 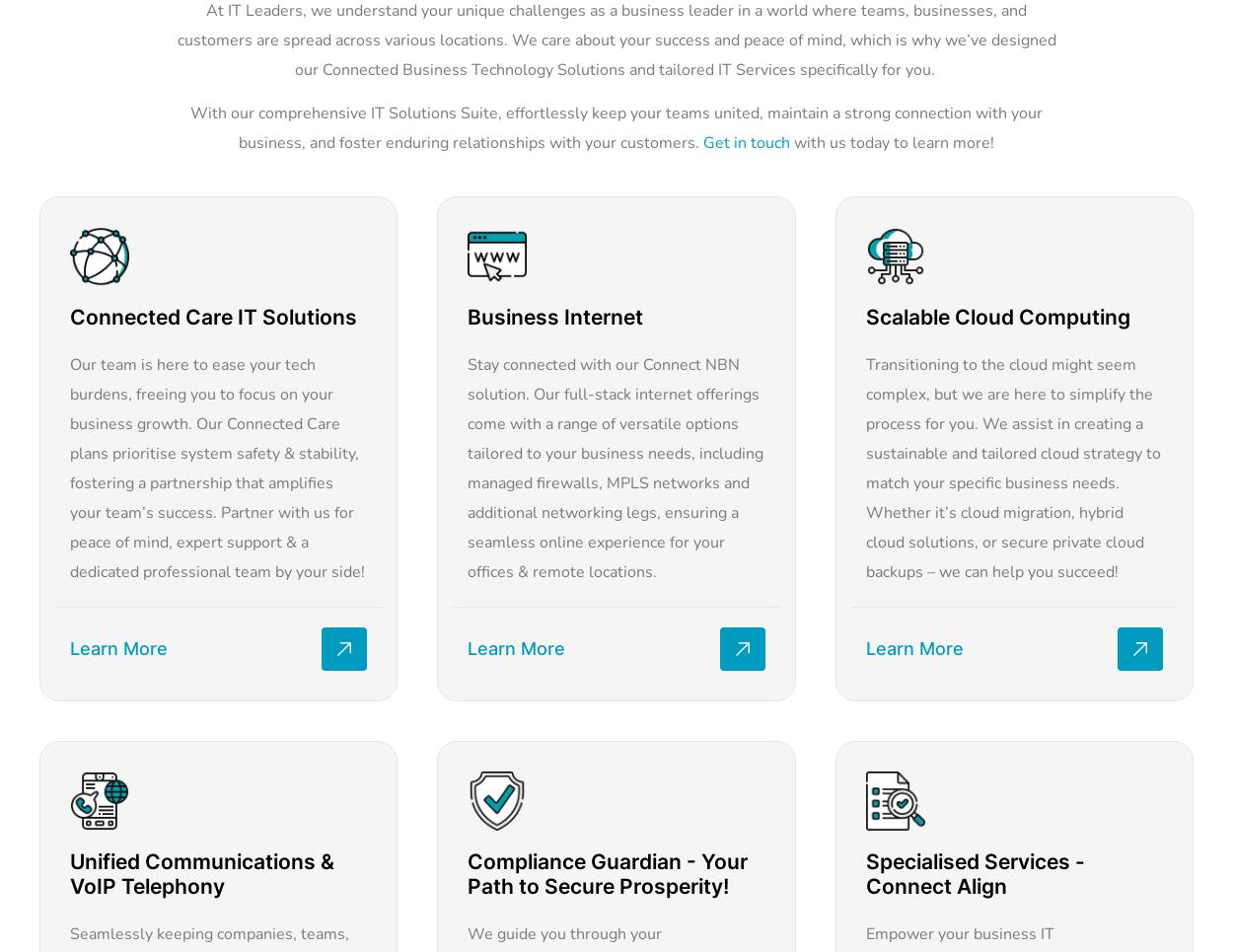 What do you see at coordinates (616, 127) in the screenshot?
I see `'With our comprehensive IT Solutions Suite, effortlessly keep your teams united, maintain a strong connection with your business, and foster enduring relationships with your customers.'` at bounding box center [616, 127].